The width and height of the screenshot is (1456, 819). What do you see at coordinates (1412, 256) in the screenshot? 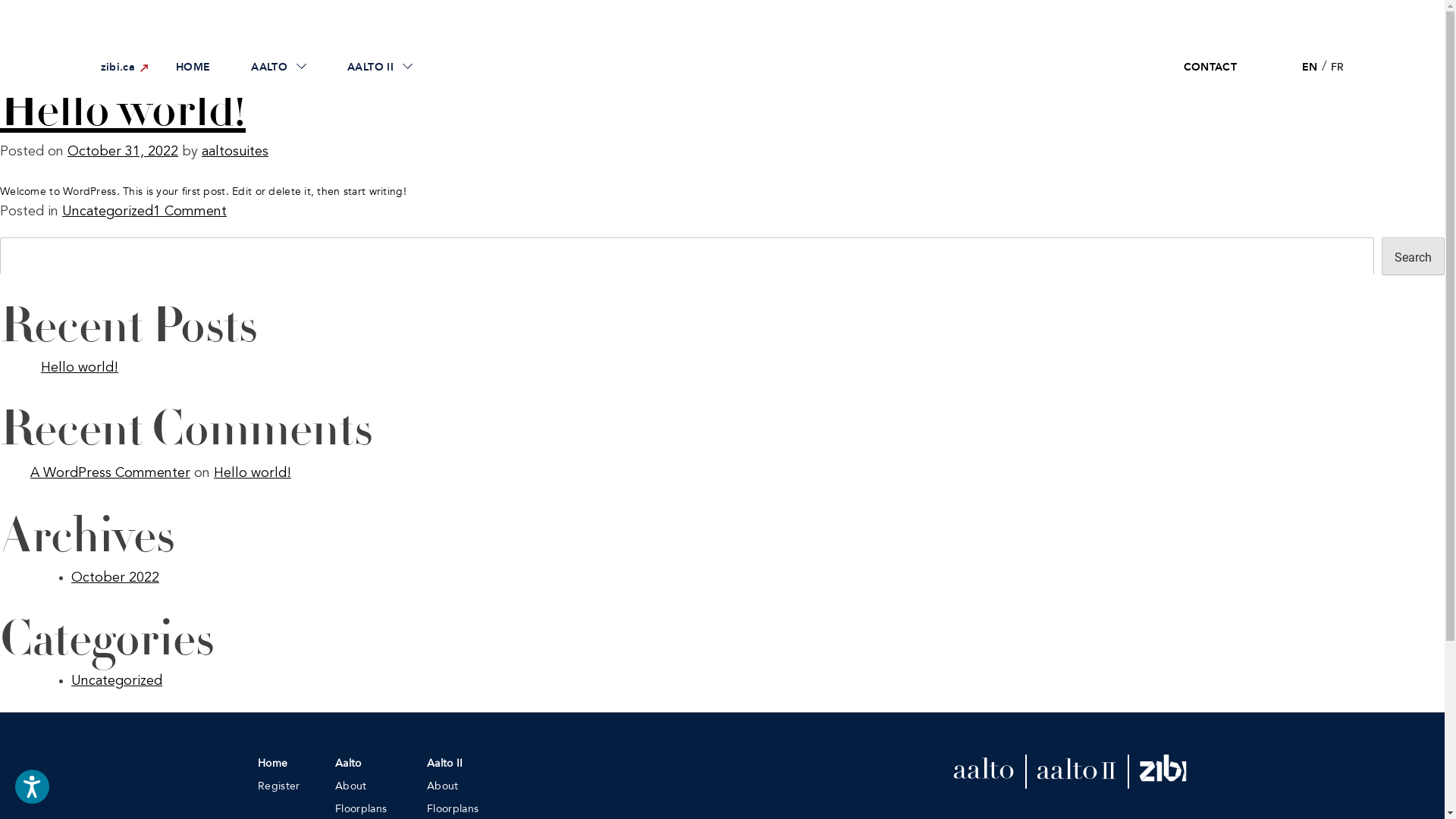
I see `'Search'` at bounding box center [1412, 256].